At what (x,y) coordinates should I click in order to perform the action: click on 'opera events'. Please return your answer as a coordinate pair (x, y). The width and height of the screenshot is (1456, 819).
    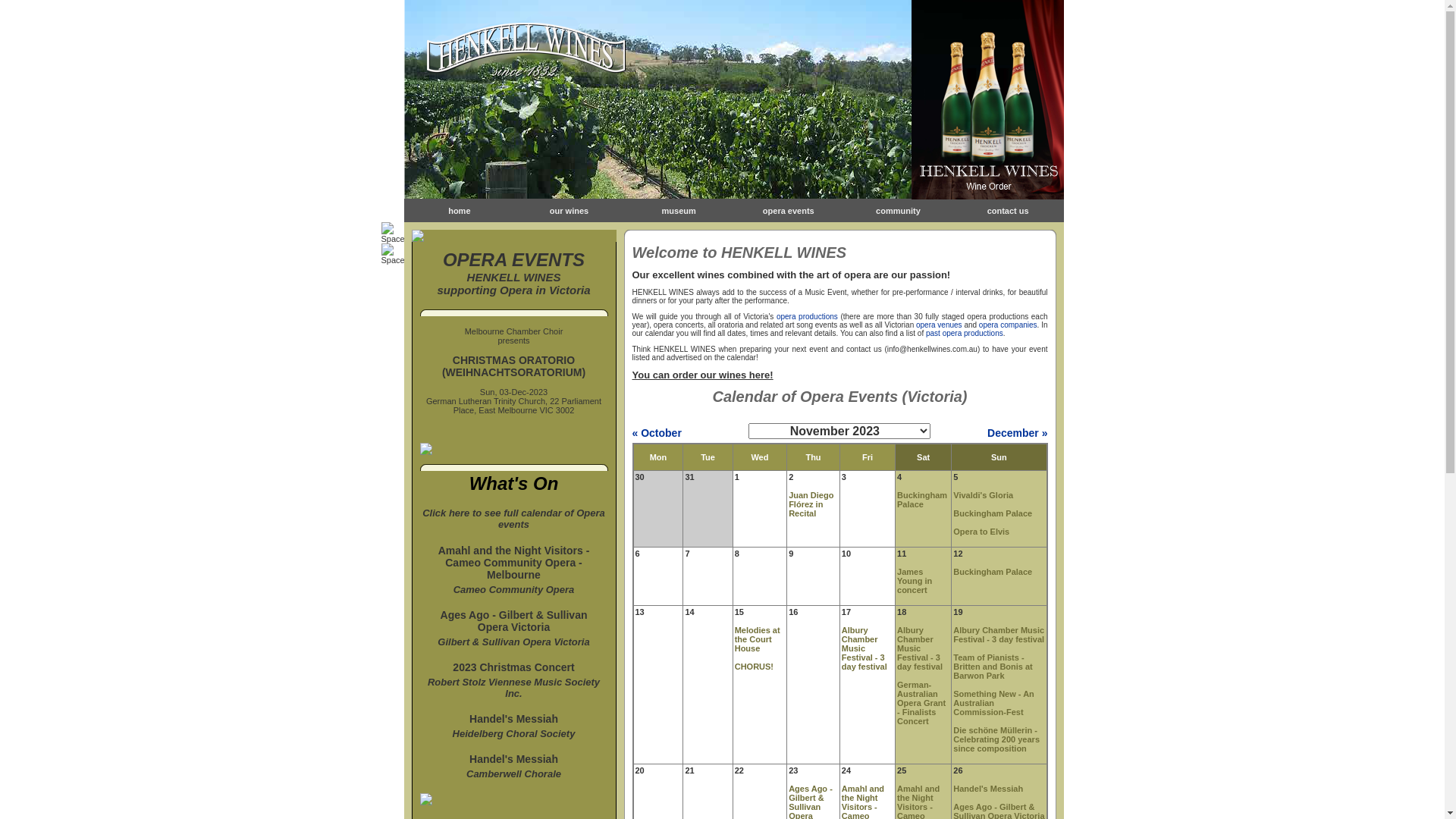
    Looking at the image, I should click on (763, 210).